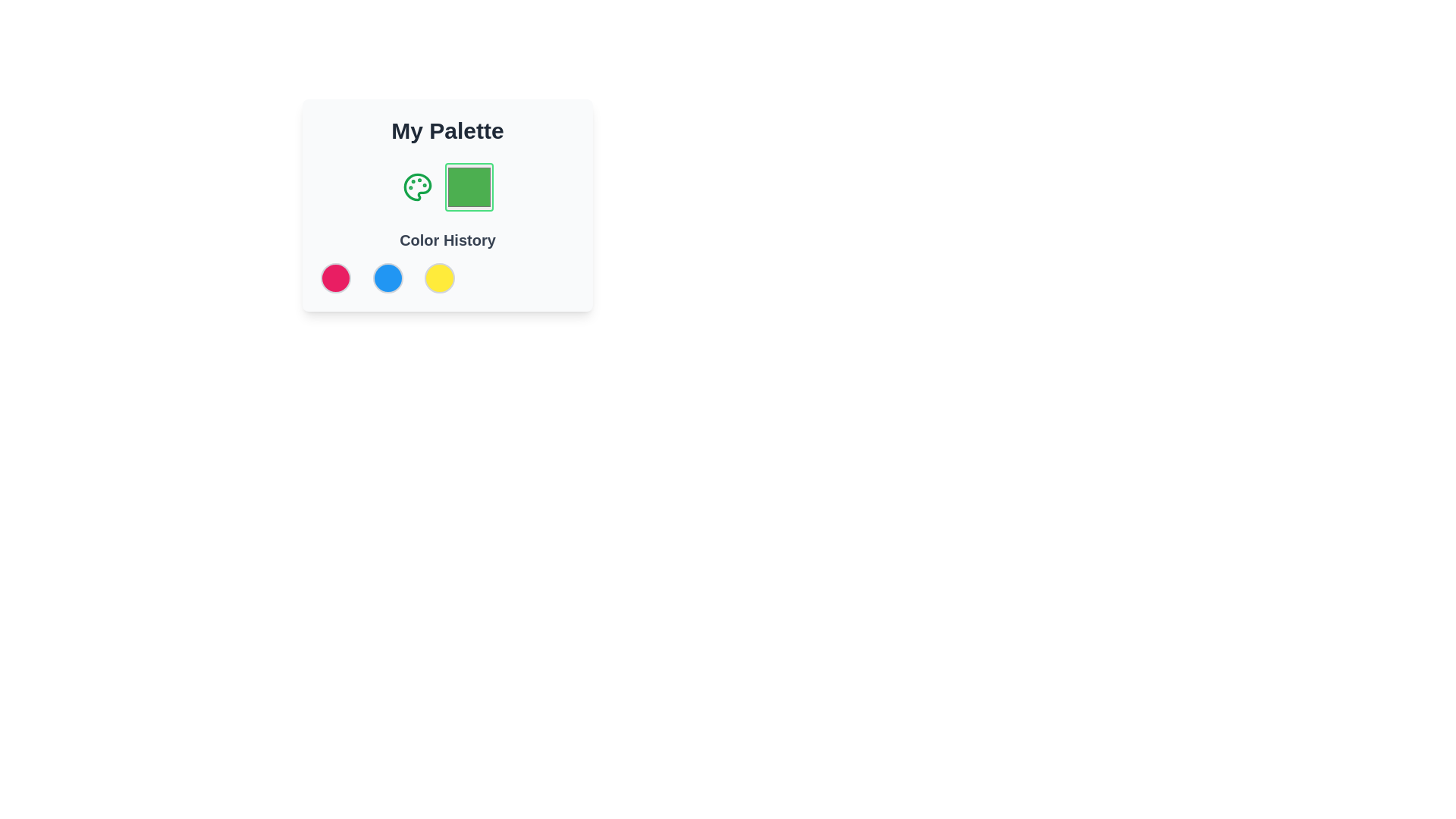 This screenshot has height=819, width=1456. What do you see at coordinates (447, 239) in the screenshot?
I see `the 'Color History' text label, which is styled in bold, dark gray font and centered above a row of color swatches` at bounding box center [447, 239].